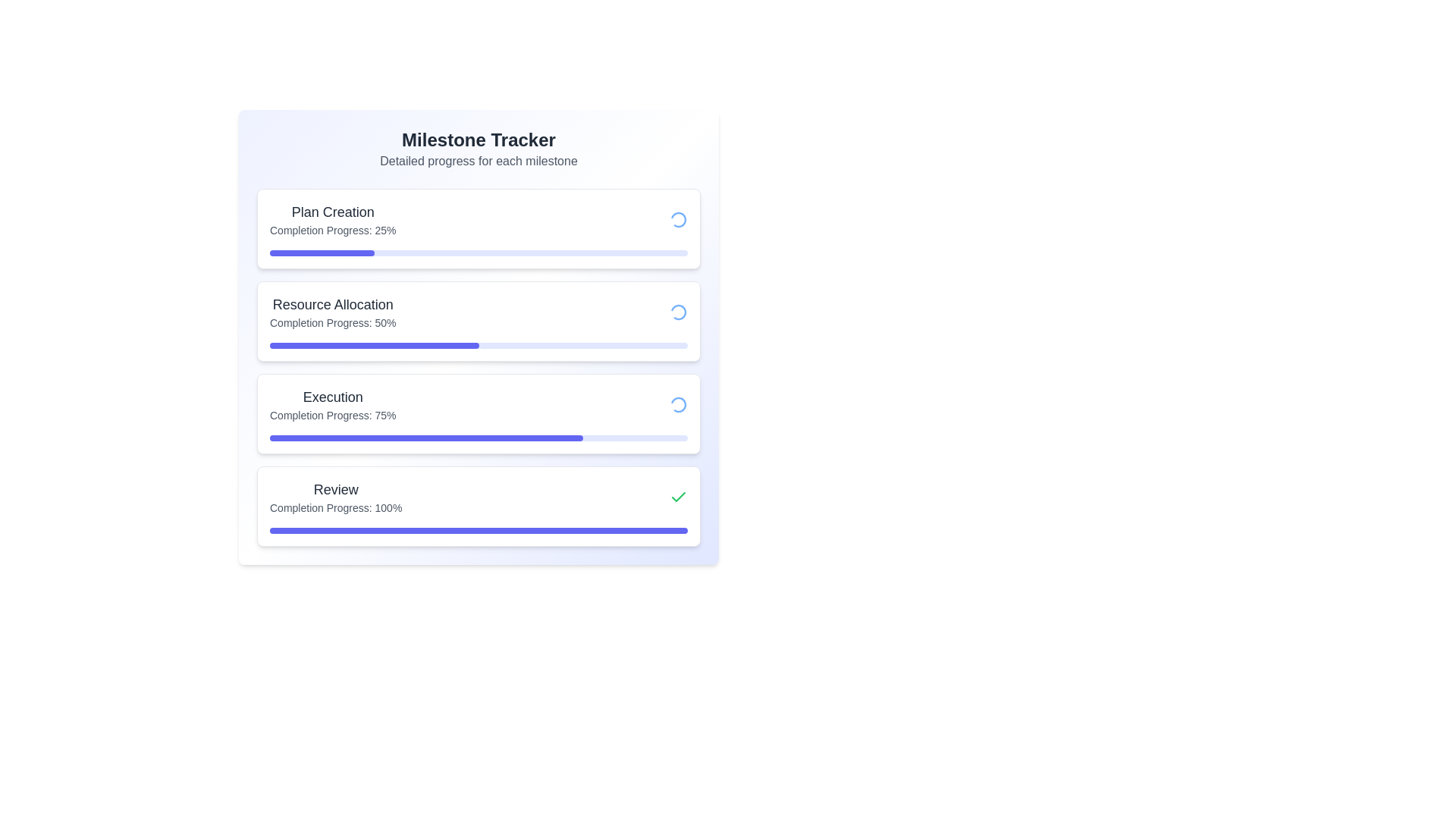 The width and height of the screenshot is (1456, 819). What do you see at coordinates (478, 149) in the screenshot?
I see `text of the informative heading at the top center of the progress tracker card, which consists of two lines styled differently to denote importance and details` at bounding box center [478, 149].